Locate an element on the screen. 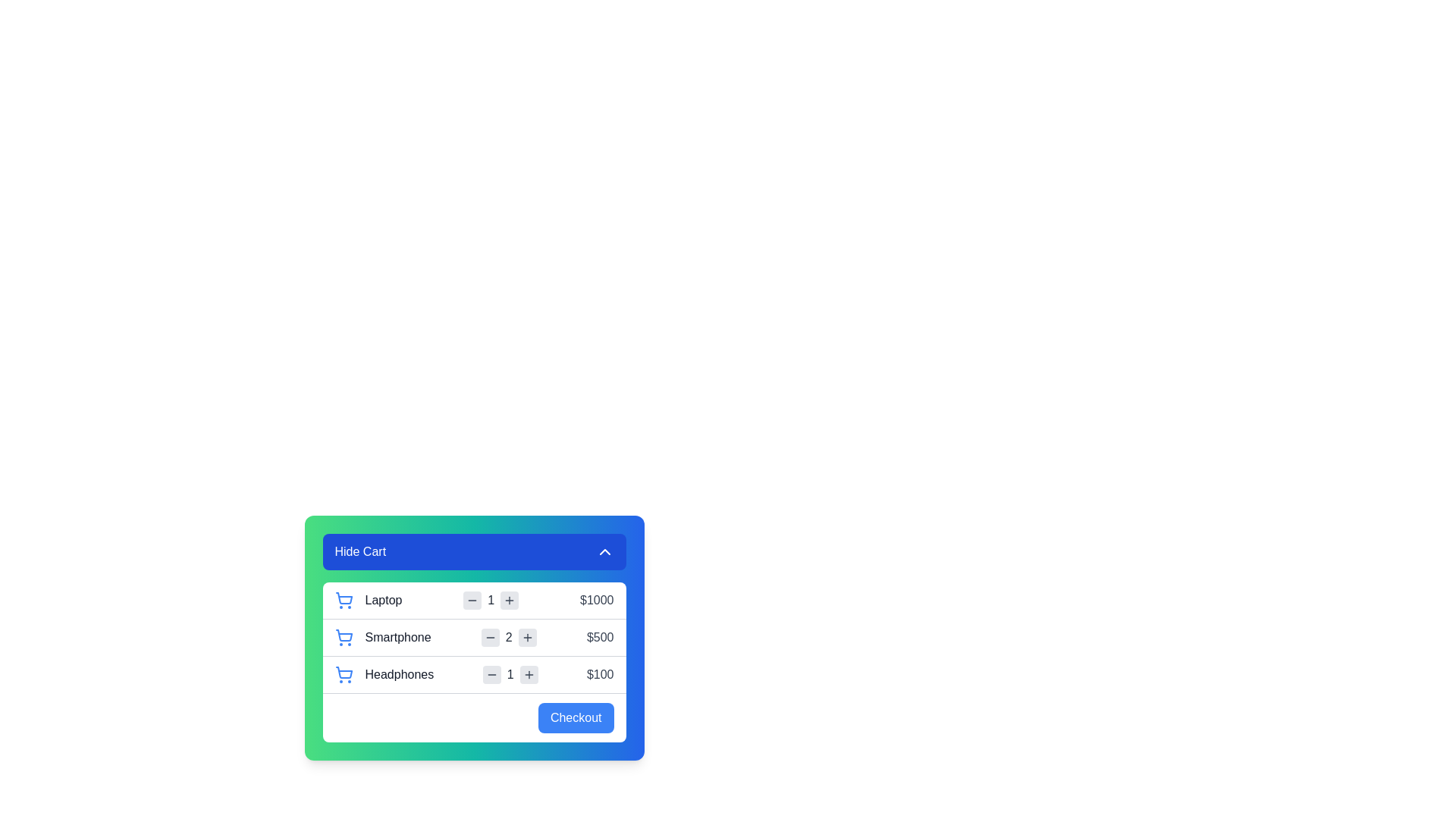 The height and width of the screenshot is (819, 1456). the button to the right of the quantity indicator for 'Headphones' to increase the quantity in the cart is located at coordinates (529, 674).